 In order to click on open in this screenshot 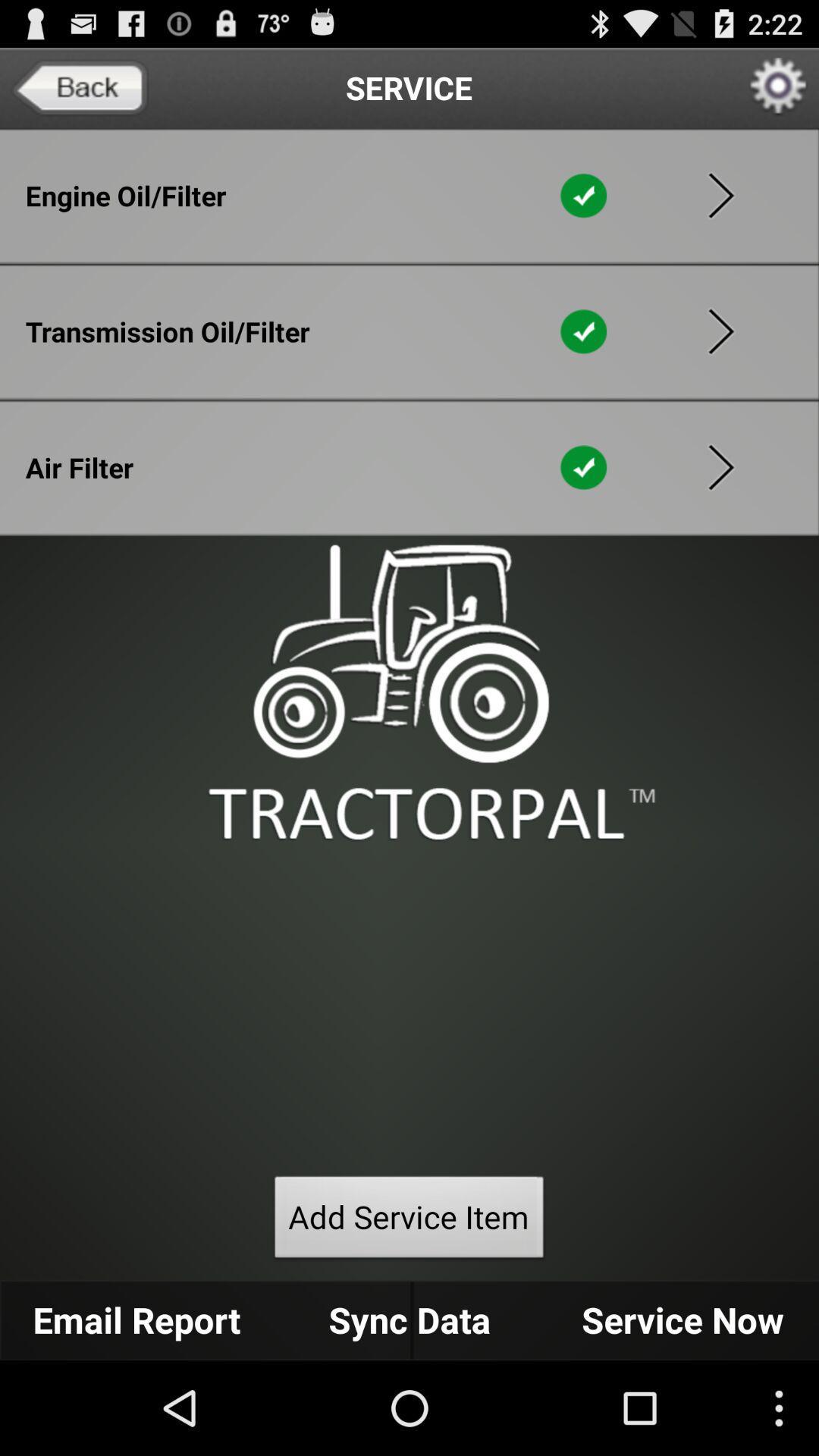, I will do `click(720, 331)`.